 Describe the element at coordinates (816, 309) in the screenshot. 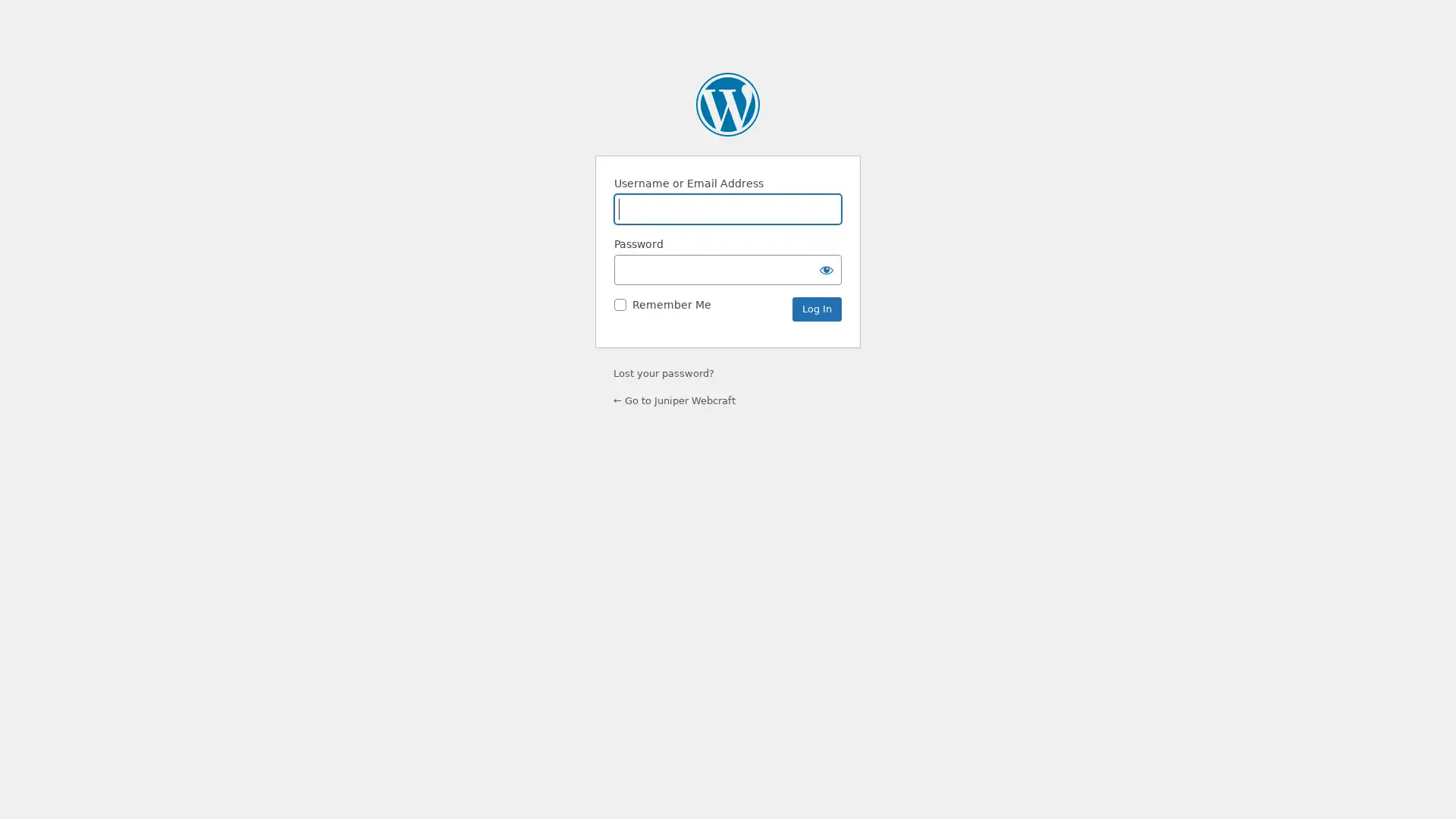

I see `Log In` at that location.